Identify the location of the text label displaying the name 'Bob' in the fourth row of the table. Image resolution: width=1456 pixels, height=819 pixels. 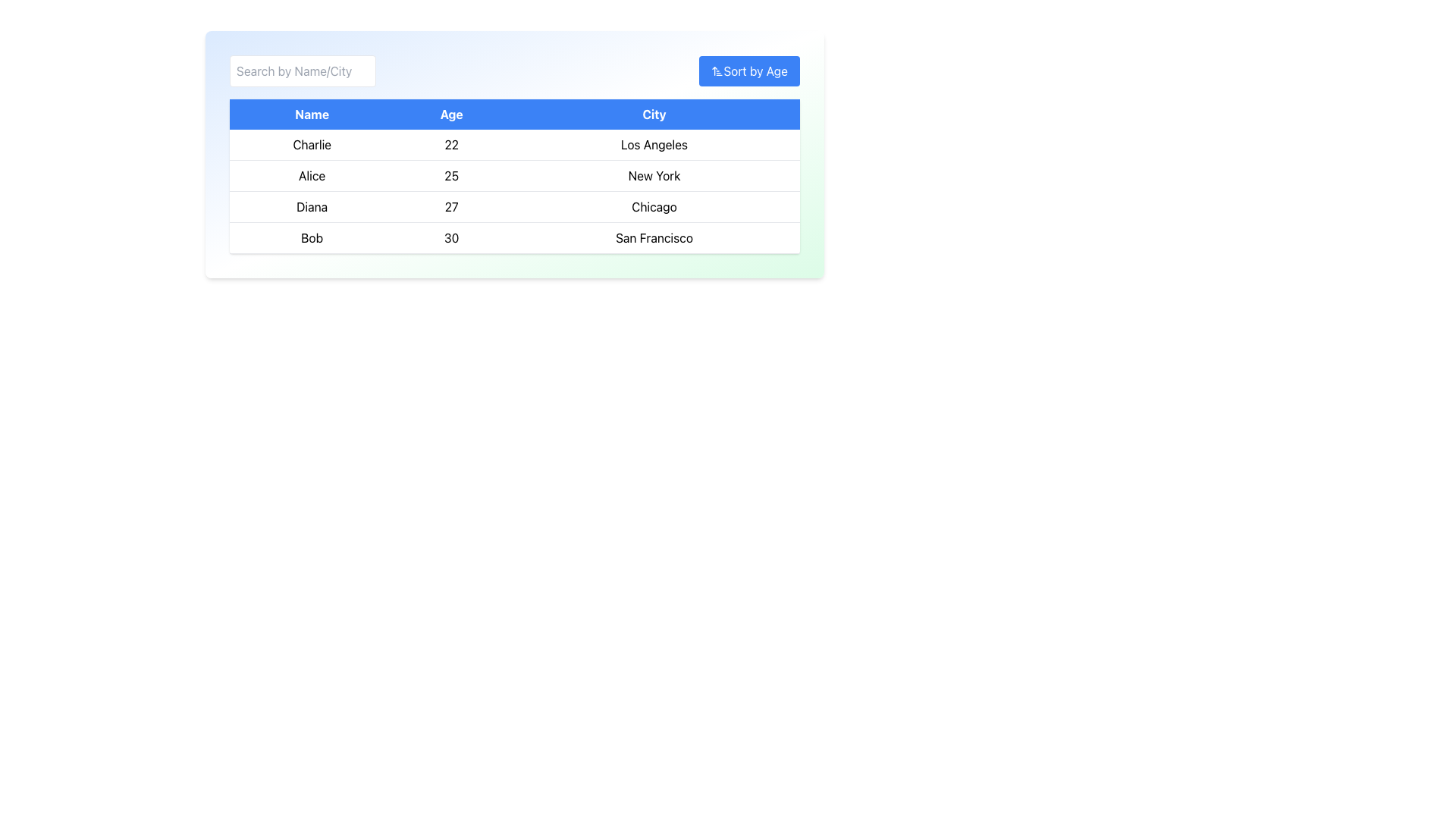
(311, 237).